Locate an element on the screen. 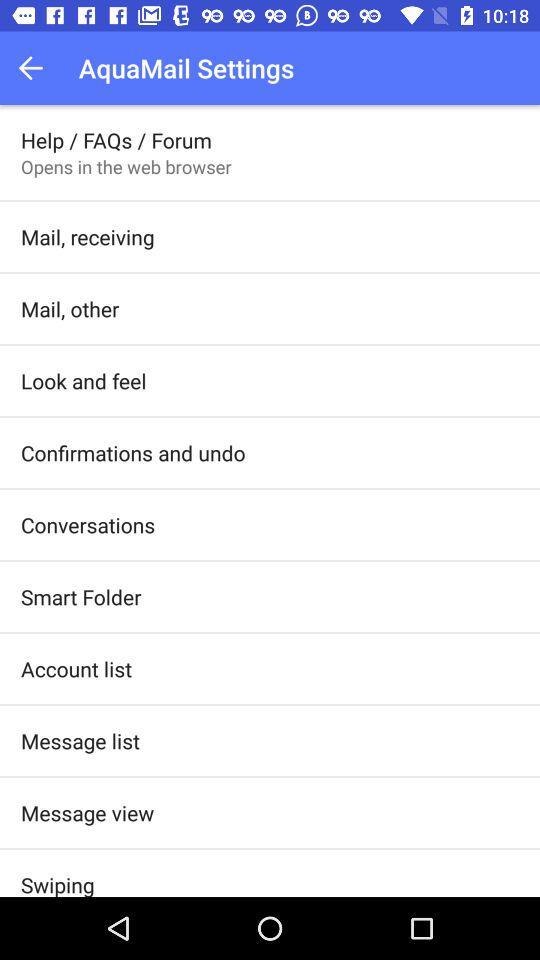 The height and width of the screenshot is (960, 540). item below account list is located at coordinates (79, 740).